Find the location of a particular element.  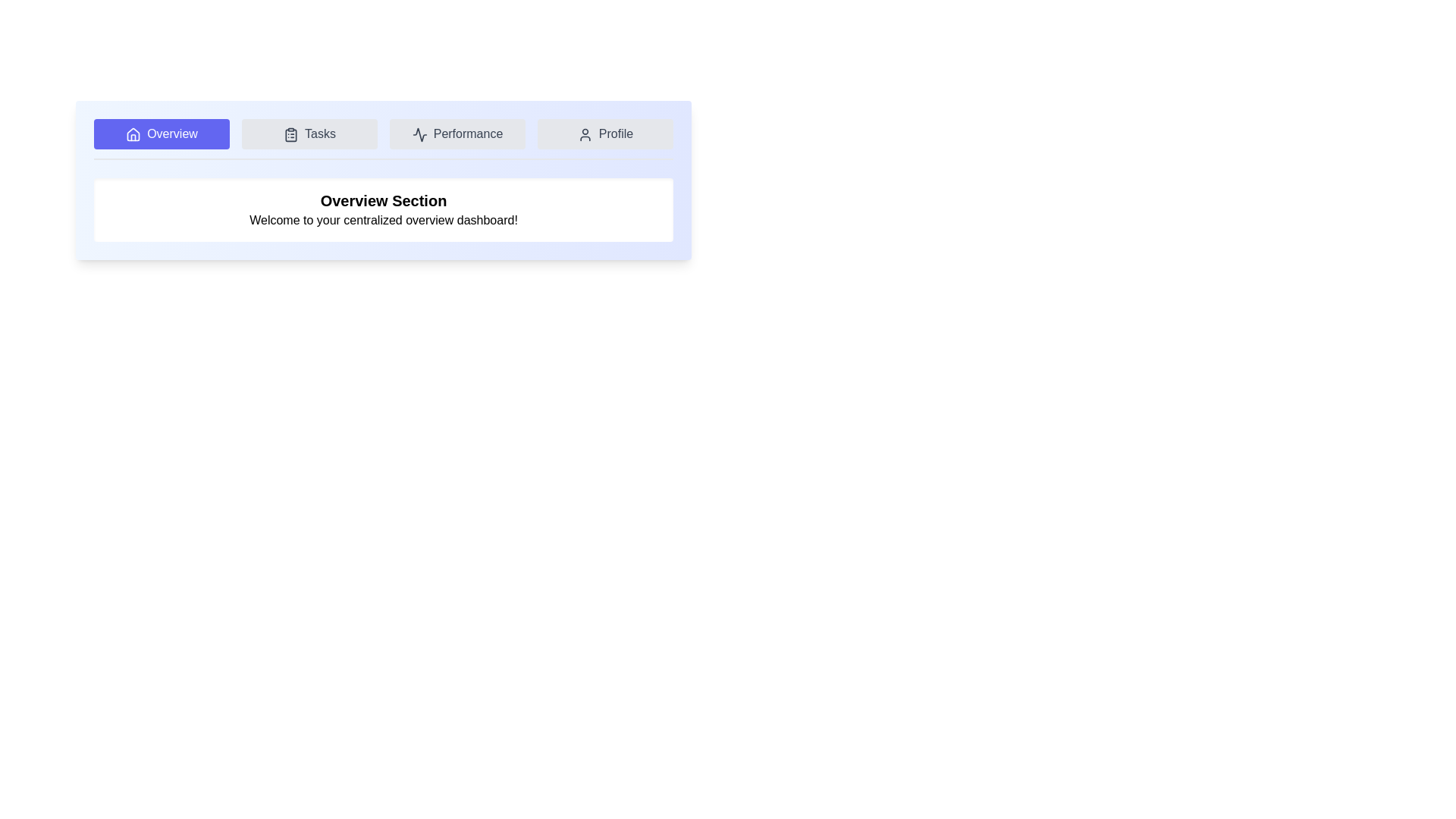

the navigational button labeled as the last item in the horizontal list of buttons is located at coordinates (604, 133).